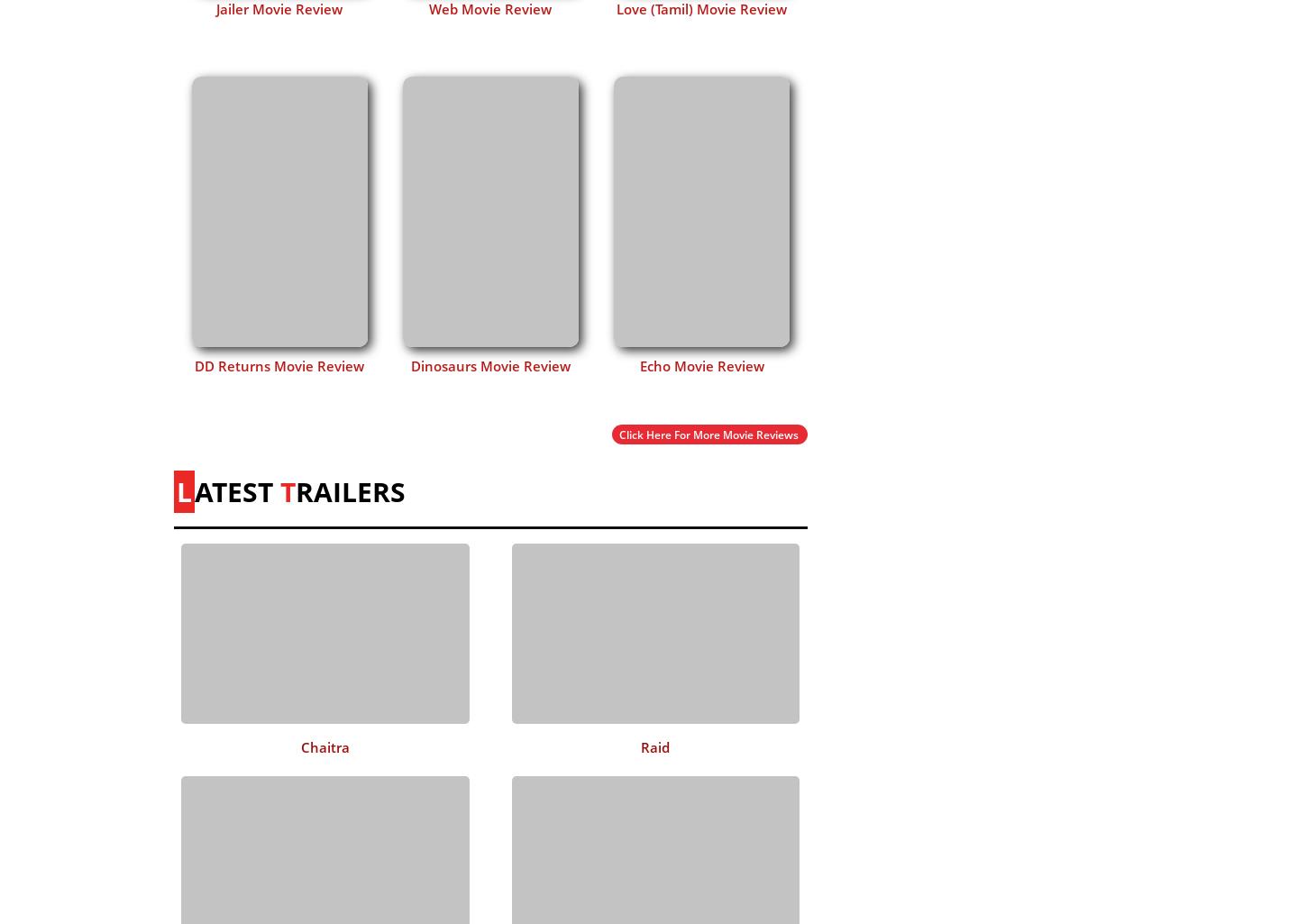 Image resolution: width=1298 pixels, height=924 pixels. Describe the element at coordinates (654, 745) in the screenshot. I see `'Raid'` at that location.